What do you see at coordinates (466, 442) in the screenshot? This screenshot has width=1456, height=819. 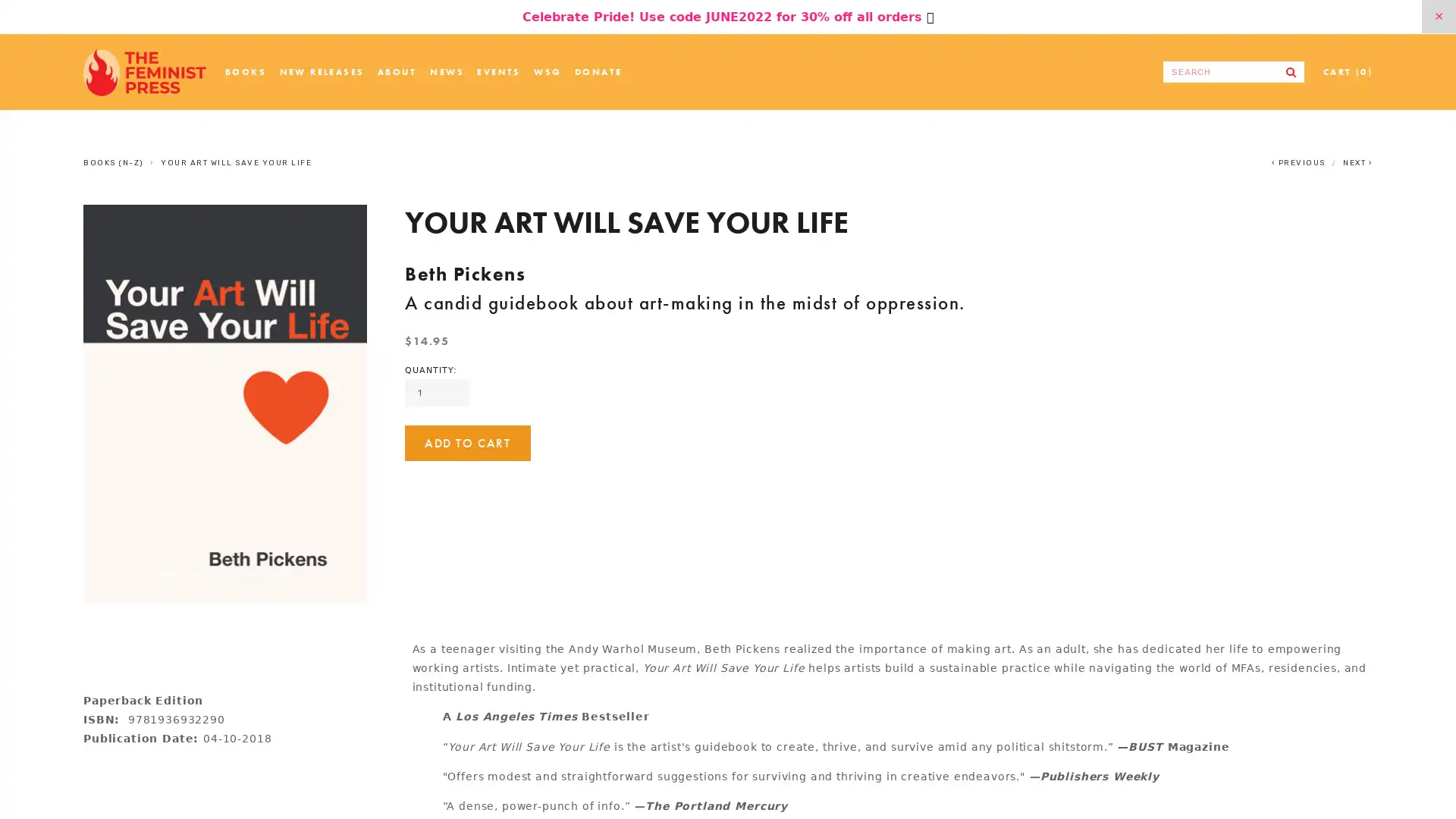 I see `ADD TO CART` at bounding box center [466, 442].